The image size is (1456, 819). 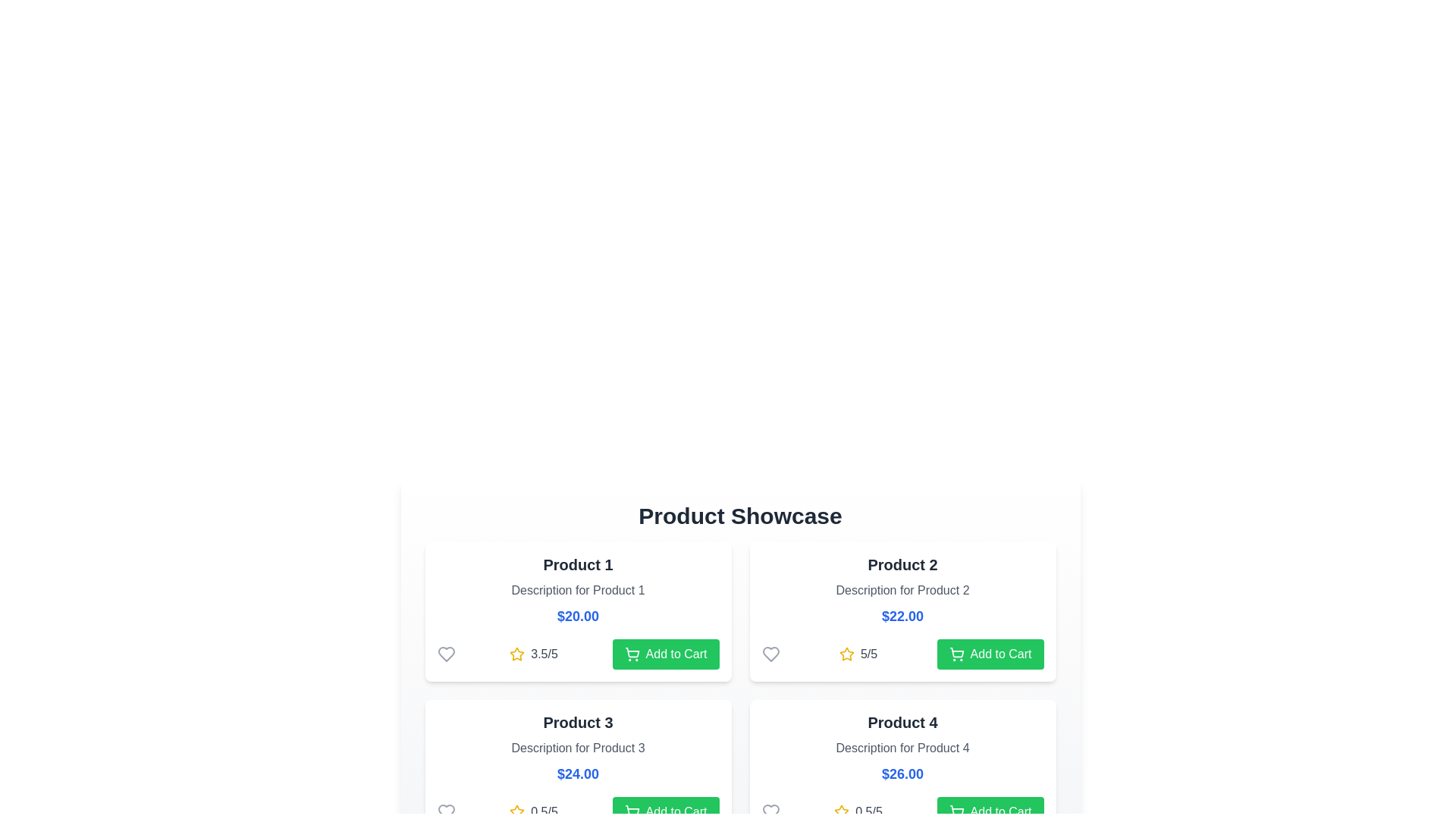 What do you see at coordinates (990, 654) in the screenshot?
I see `the green 'Add to Cart' button with white text and a shopping cart icon located at the bottom-right corner of the card for 'Product 2'` at bounding box center [990, 654].